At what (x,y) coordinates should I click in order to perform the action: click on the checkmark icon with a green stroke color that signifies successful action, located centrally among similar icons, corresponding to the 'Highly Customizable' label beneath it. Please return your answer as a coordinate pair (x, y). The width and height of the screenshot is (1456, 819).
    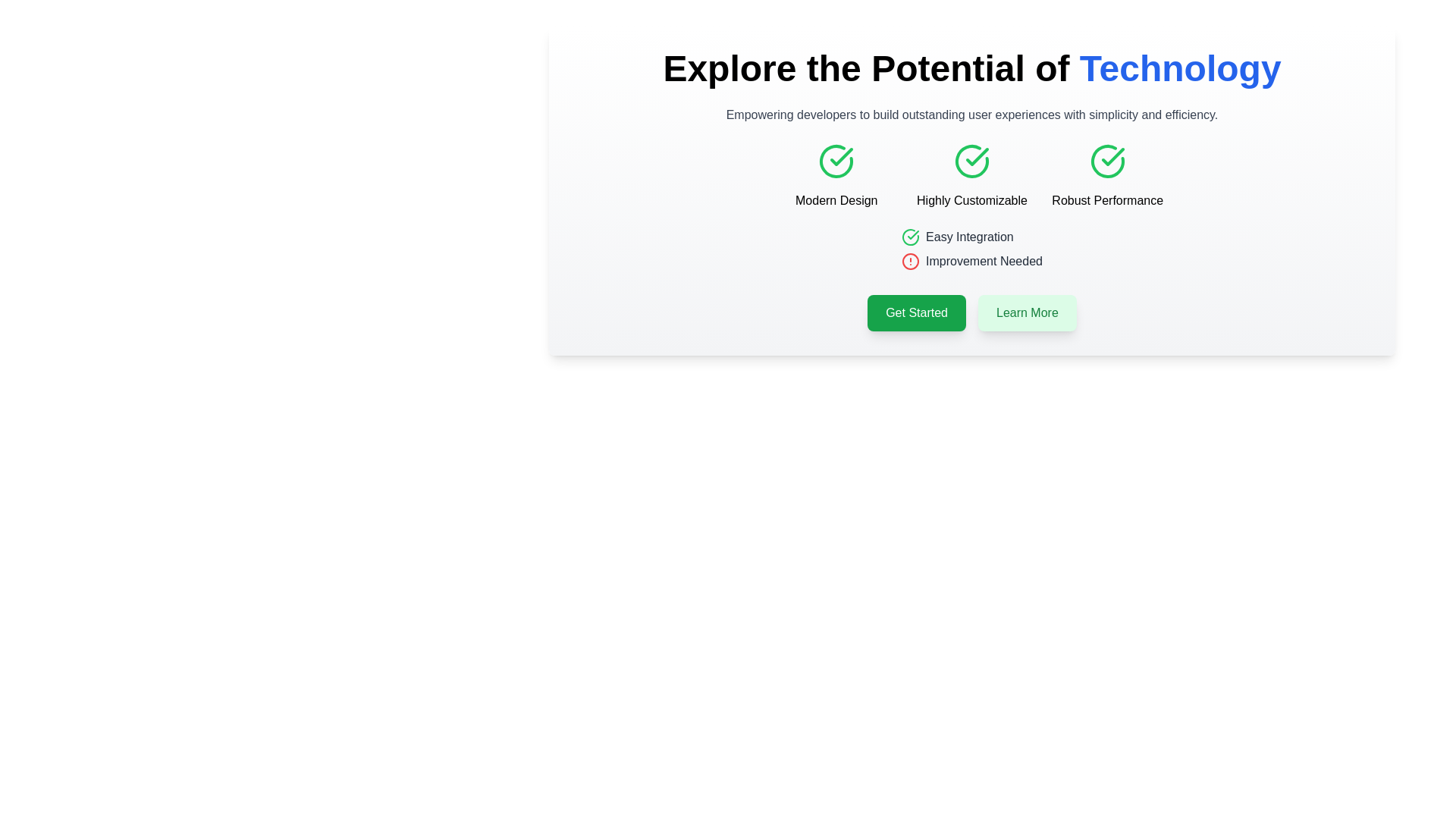
    Looking at the image, I should click on (977, 157).